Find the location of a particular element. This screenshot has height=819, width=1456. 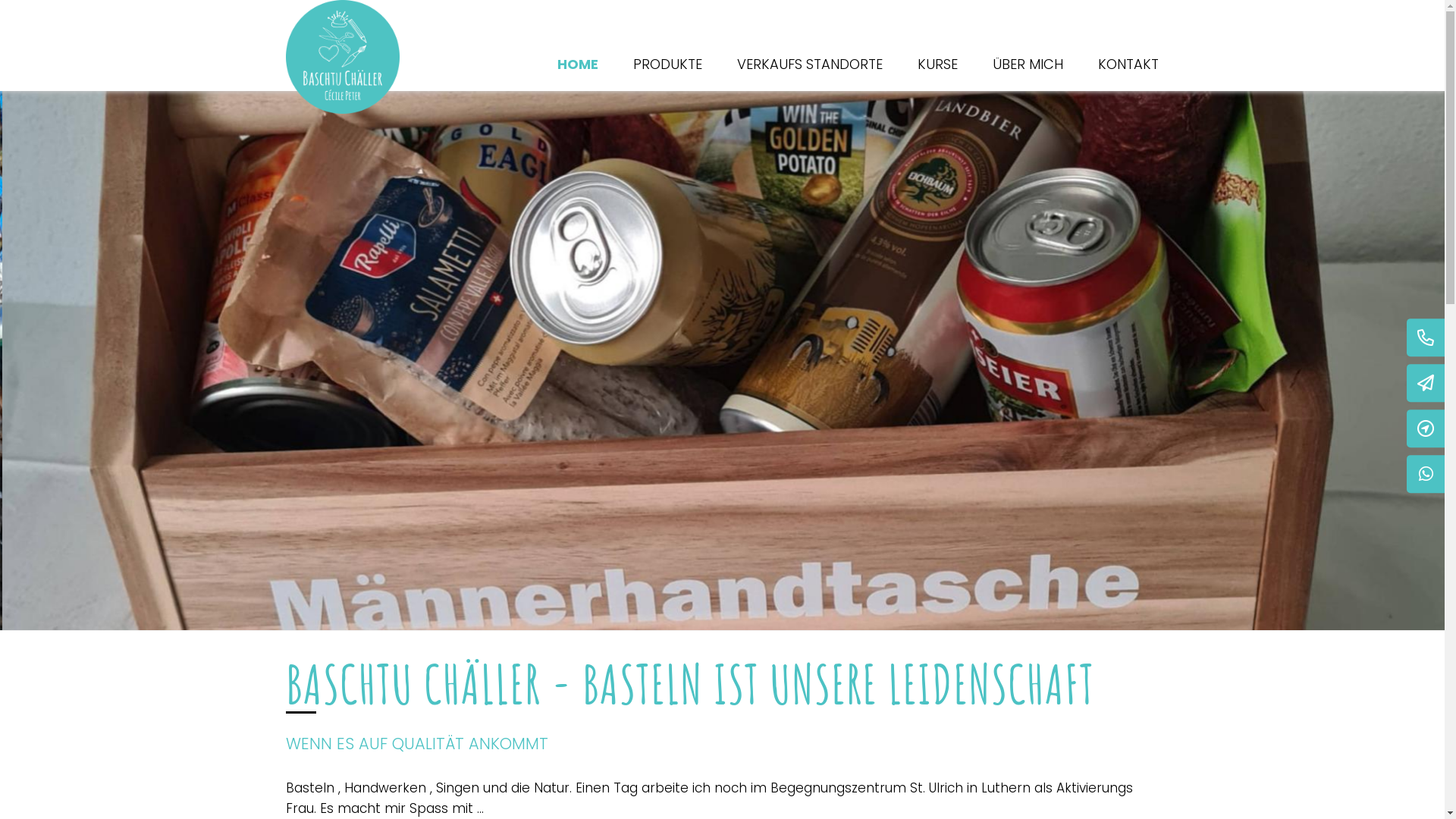

'PRODUKTE' is located at coordinates (667, 63).